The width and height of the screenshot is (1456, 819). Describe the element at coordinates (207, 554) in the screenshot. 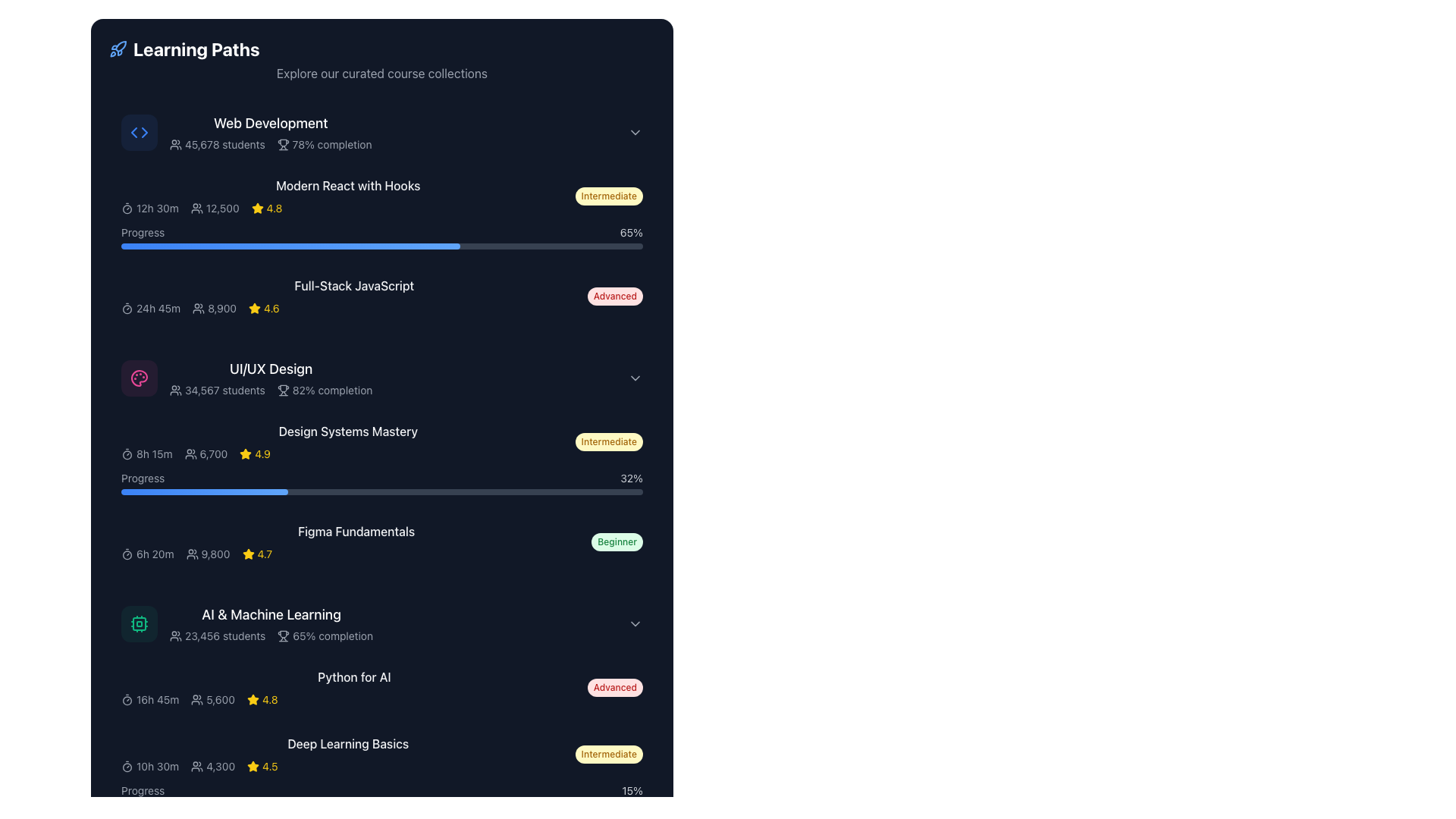

I see `the text label displaying the number of students enrolled in the 'Figma Fundamentals' course, located in the statistics row below its title` at that location.